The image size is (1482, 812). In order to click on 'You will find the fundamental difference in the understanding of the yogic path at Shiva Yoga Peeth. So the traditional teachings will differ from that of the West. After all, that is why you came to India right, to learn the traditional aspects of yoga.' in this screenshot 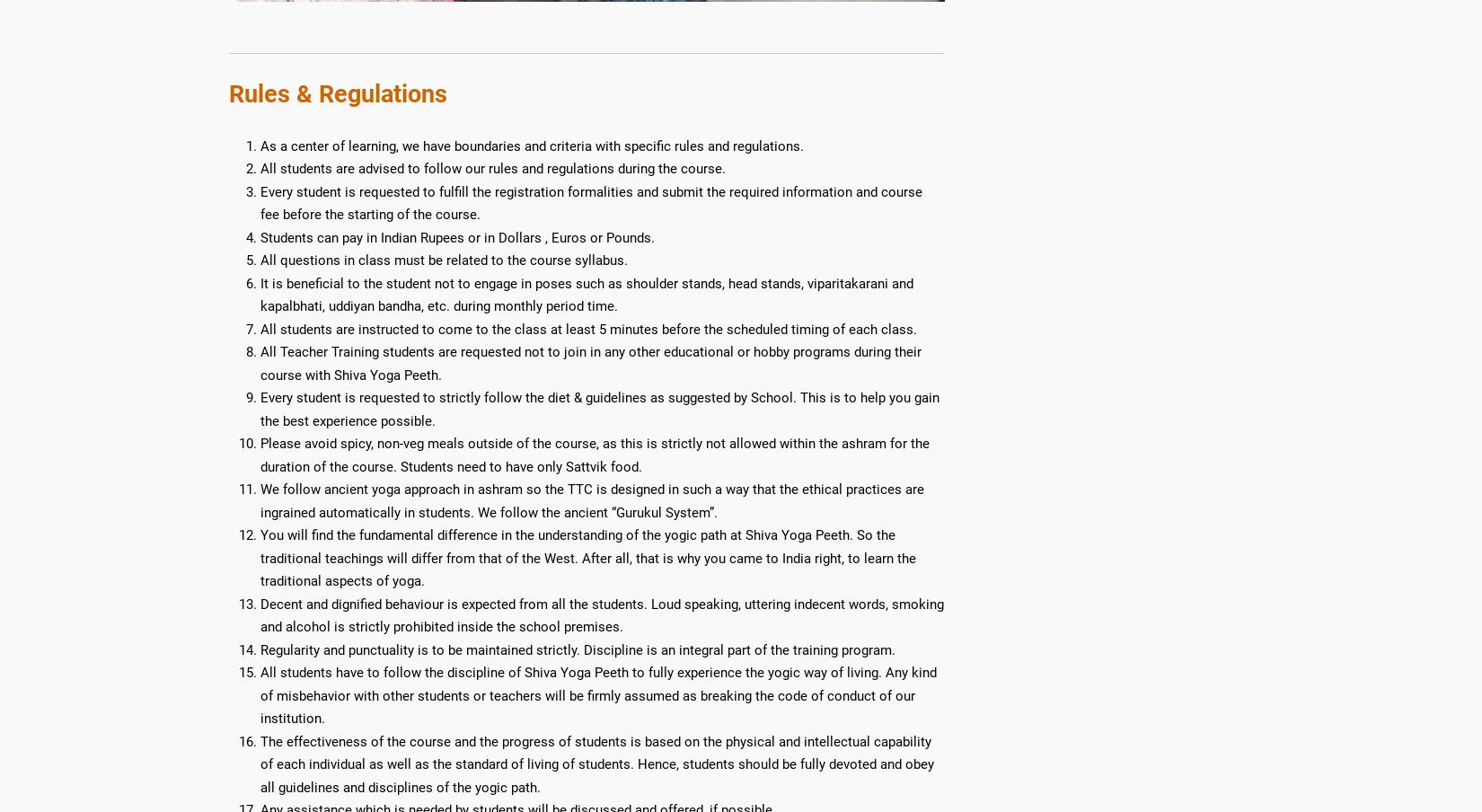, I will do `click(587, 557)`.